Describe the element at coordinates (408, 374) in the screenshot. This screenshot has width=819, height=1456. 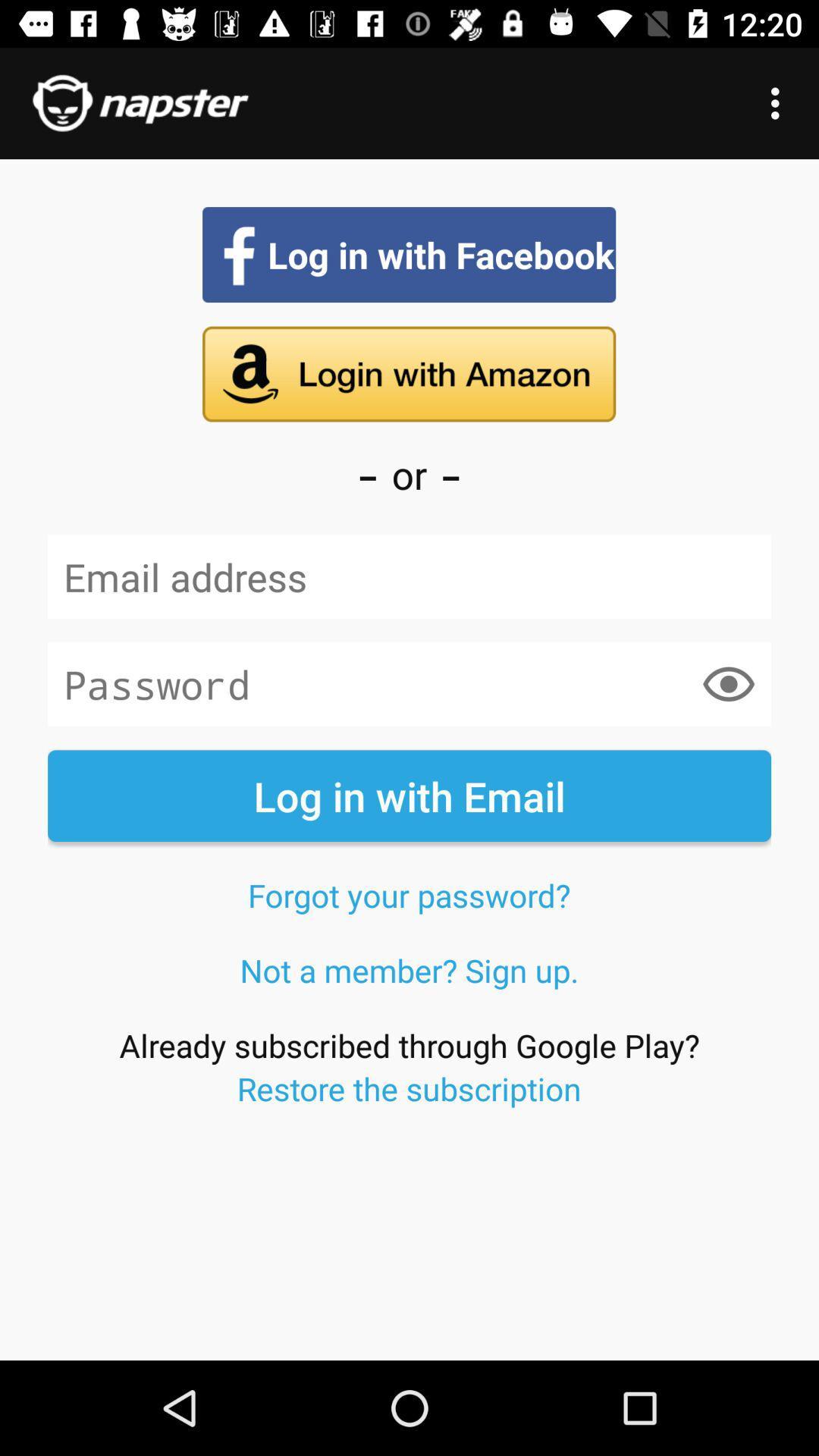
I see `the icon above or` at that location.